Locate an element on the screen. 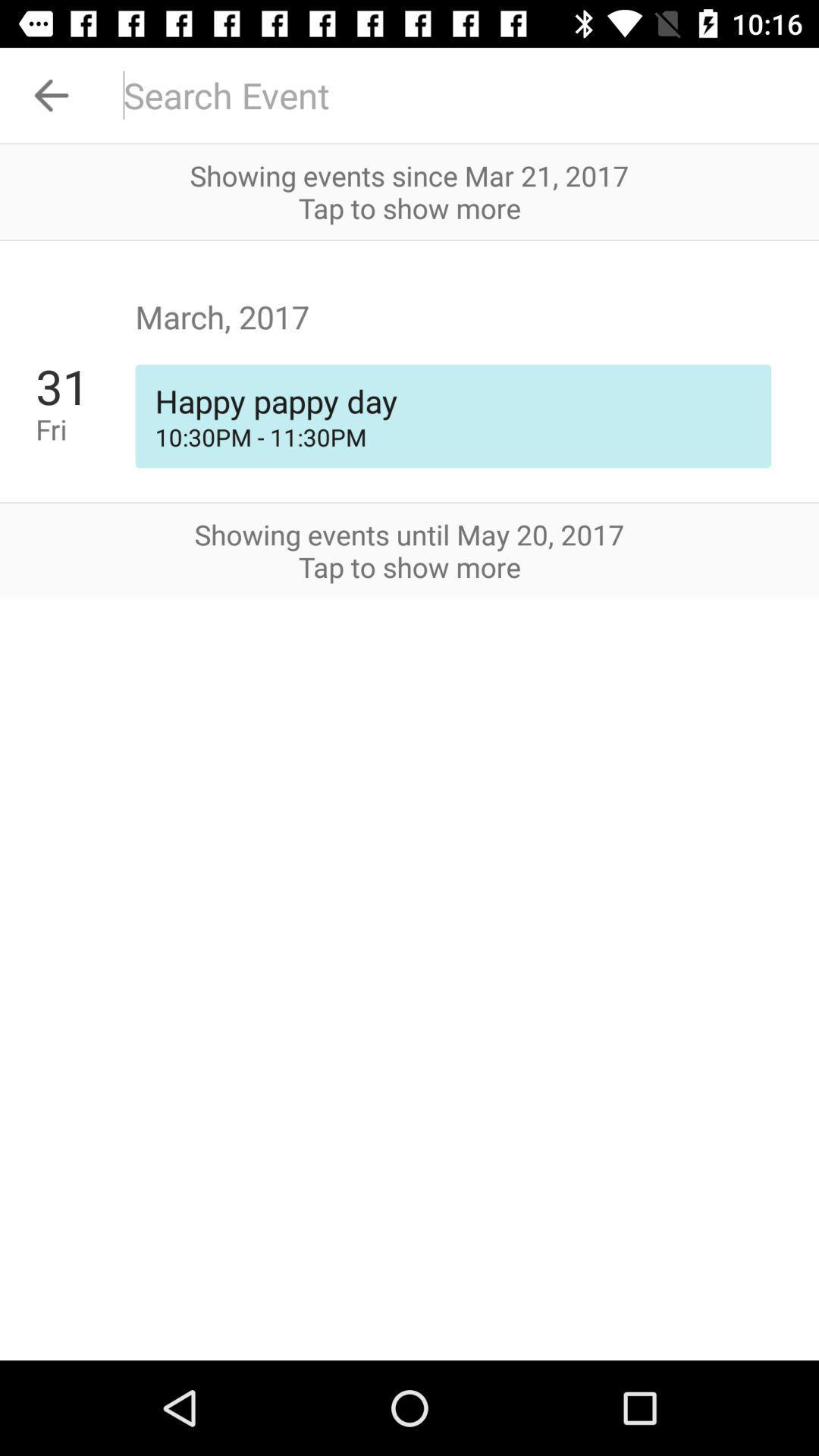 This screenshot has height=1456, width=819. icon above 10 30pm 11 icon is located at coordinates (452, 400).